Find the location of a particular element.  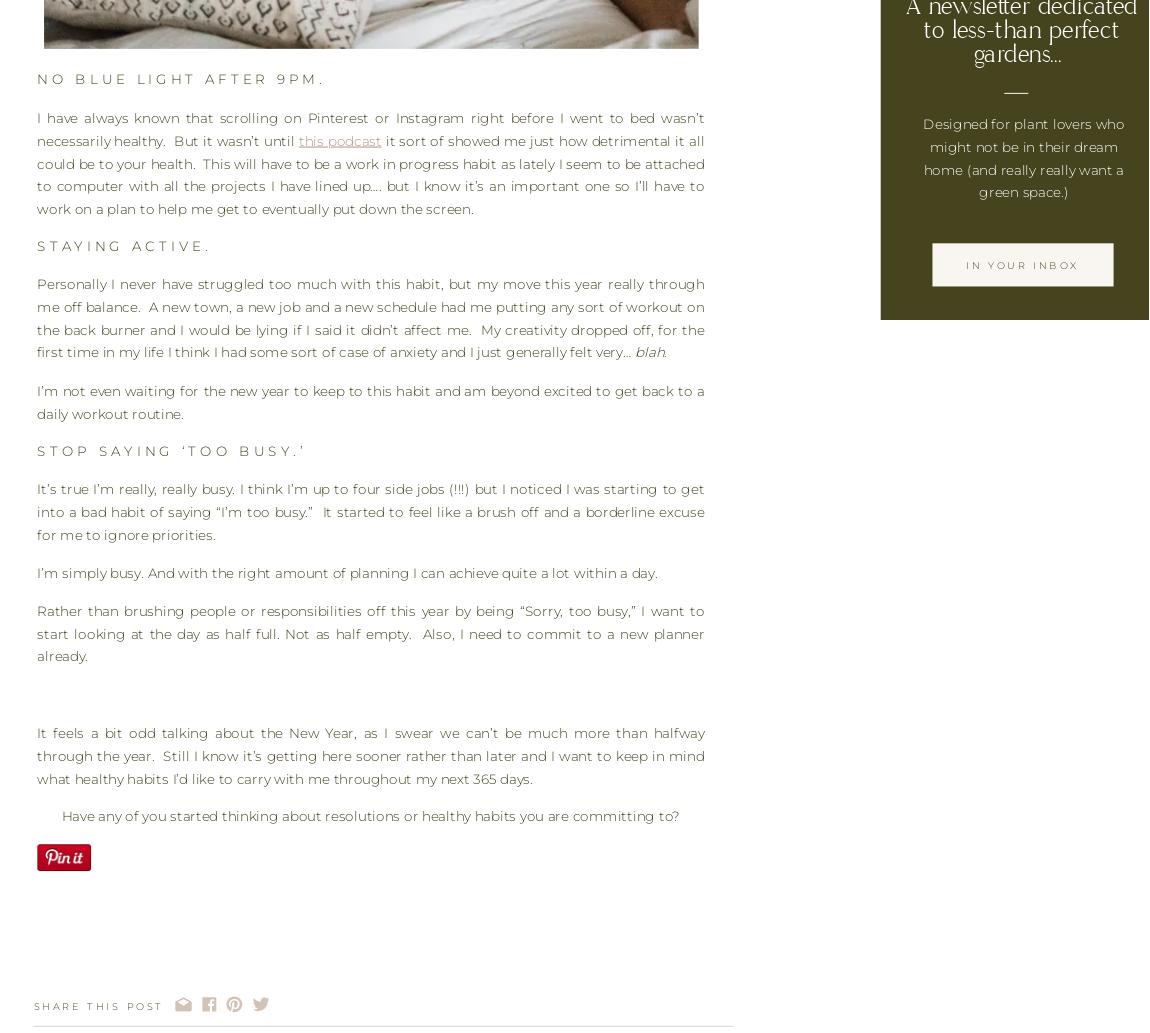

'blah' is located at coordinates (648, 352).